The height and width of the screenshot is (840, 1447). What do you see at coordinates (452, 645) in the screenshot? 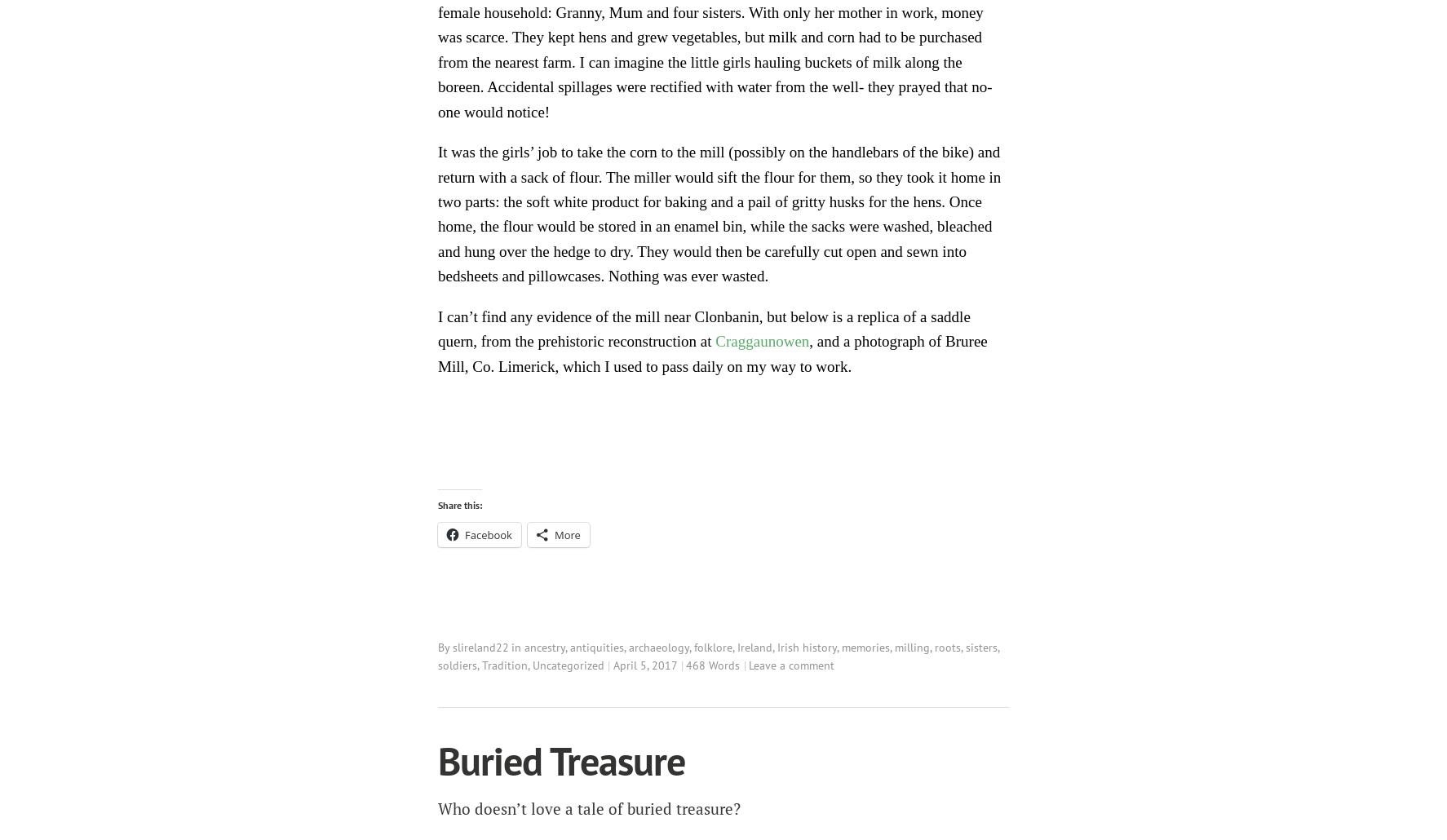
I see `'slireland22'` at bounding box center [452, 645].